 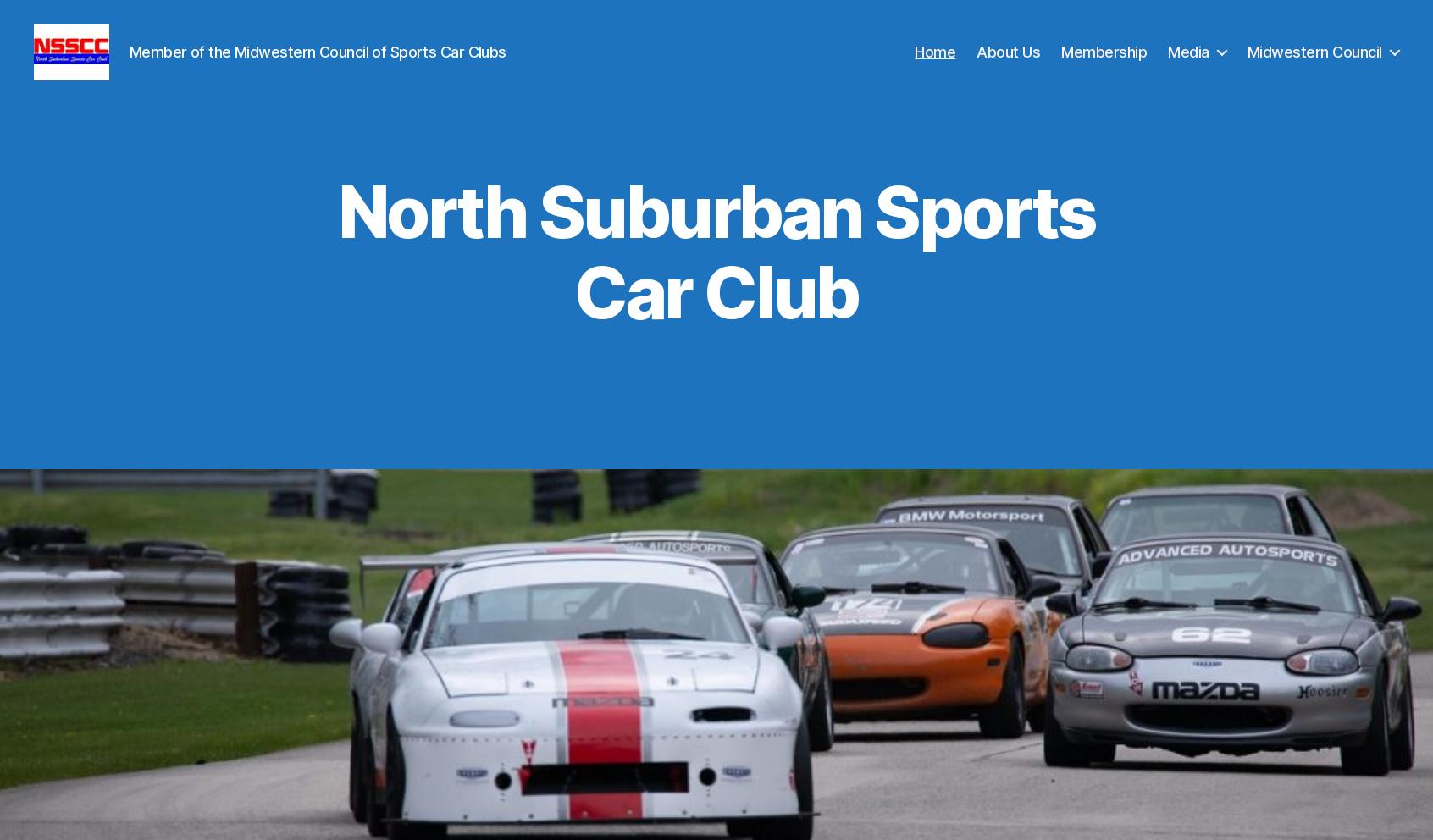 What do you see at coordinates (855, 324) in the screenshot?
I see `'.'` at bounding box center [855, 324].